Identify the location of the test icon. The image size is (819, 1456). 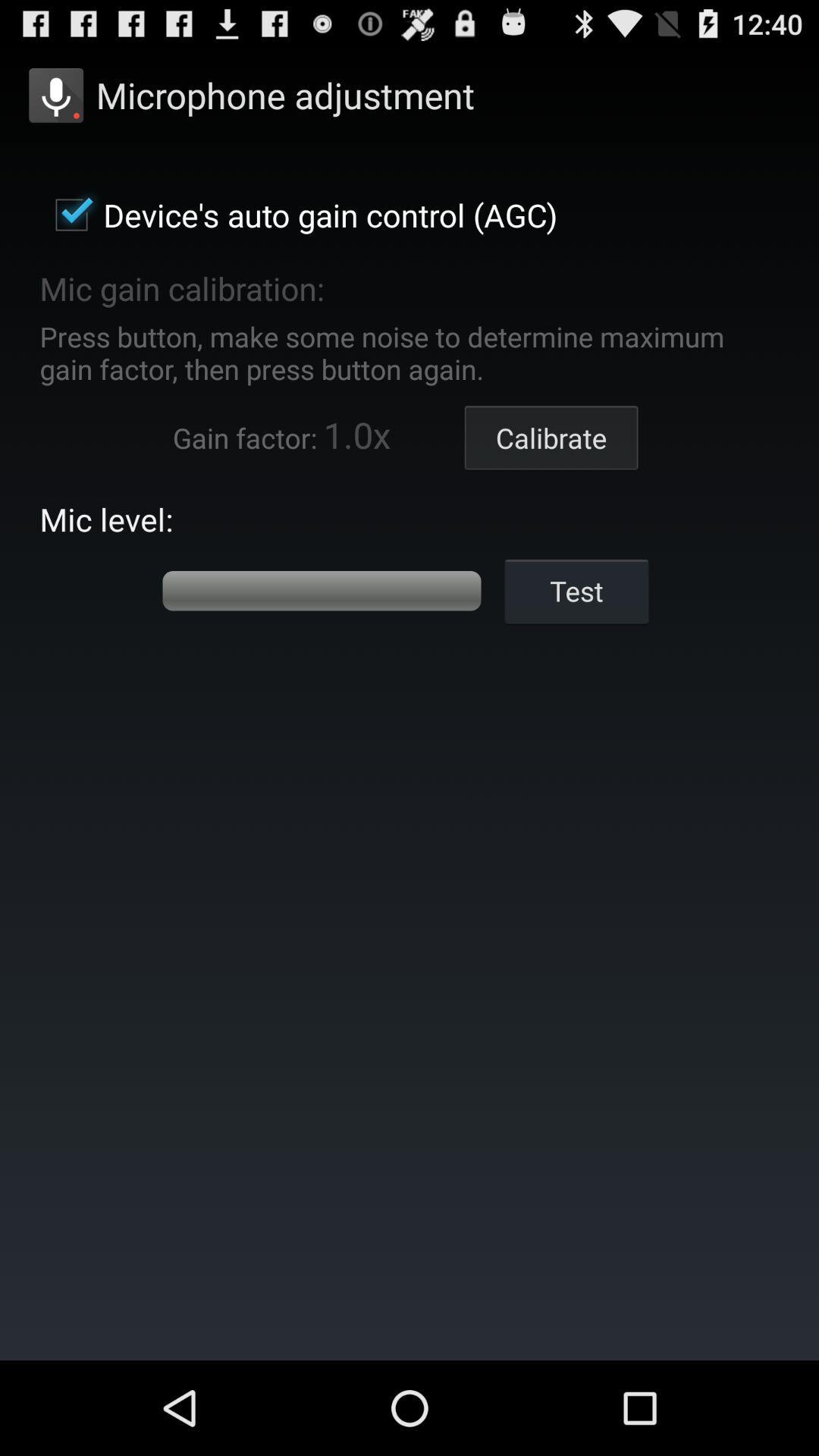
(576, 590).